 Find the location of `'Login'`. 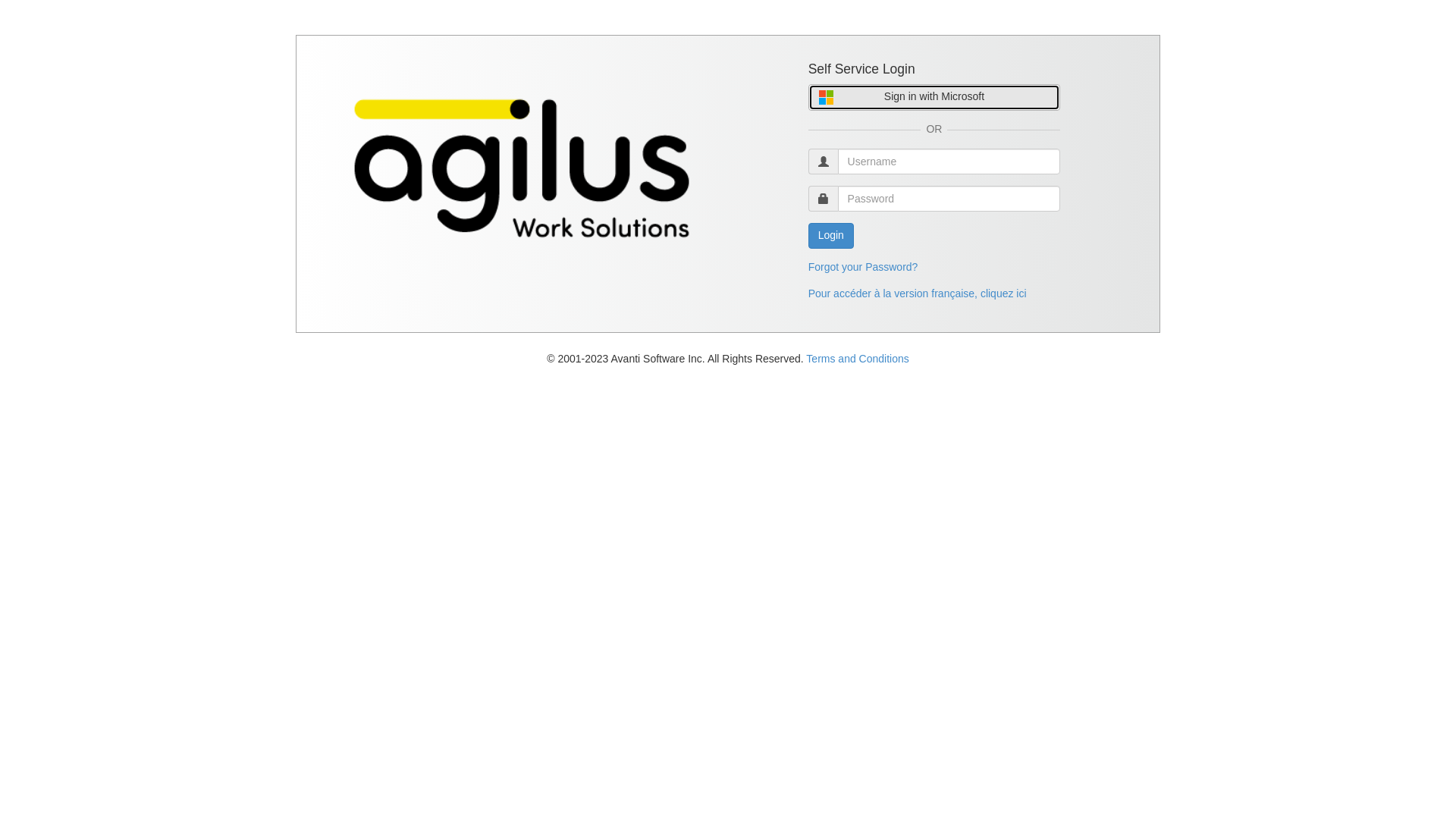

'Login' is located at coordinates (807, 236).